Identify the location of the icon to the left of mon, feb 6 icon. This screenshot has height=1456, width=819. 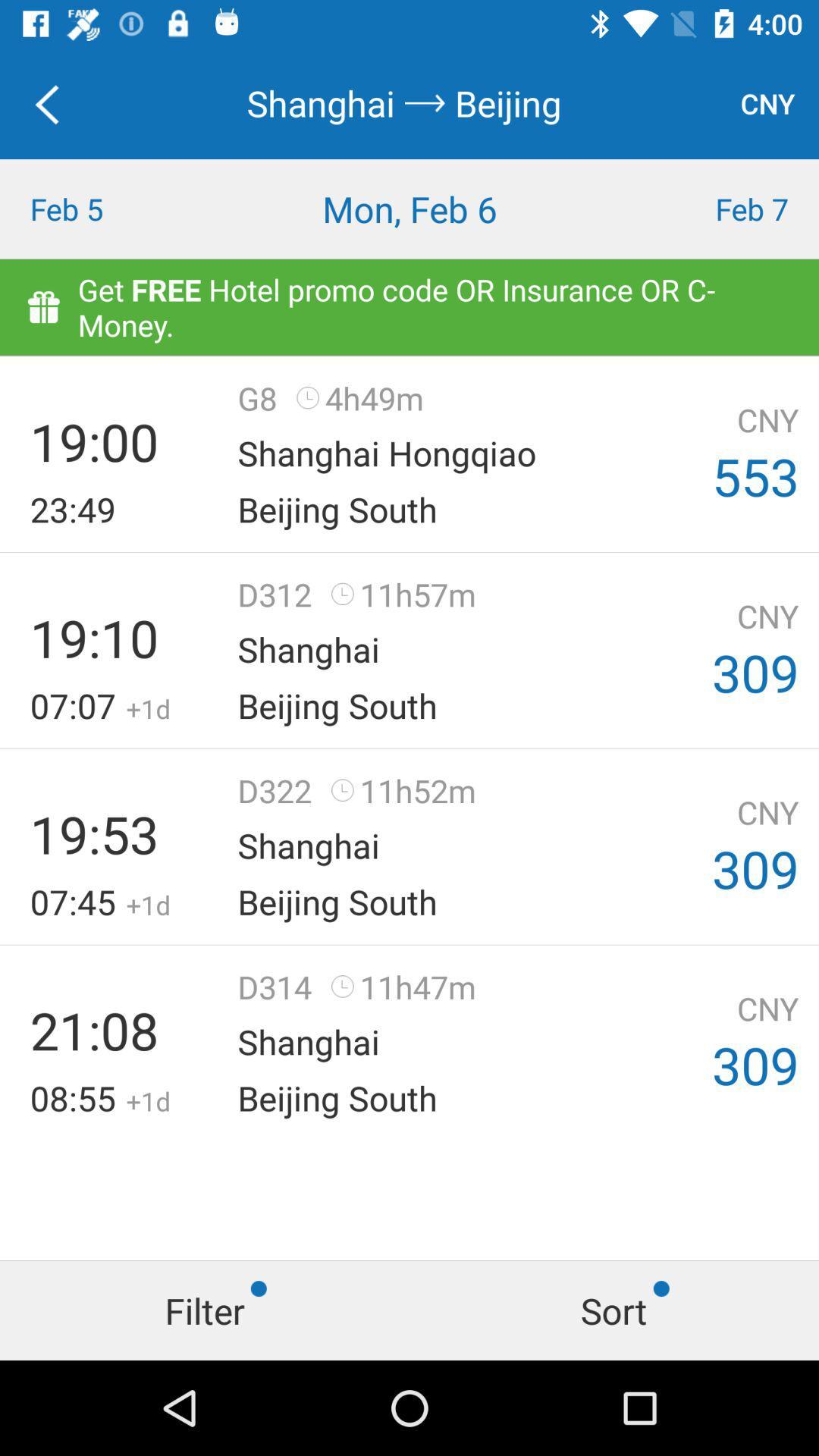
(102, 208).